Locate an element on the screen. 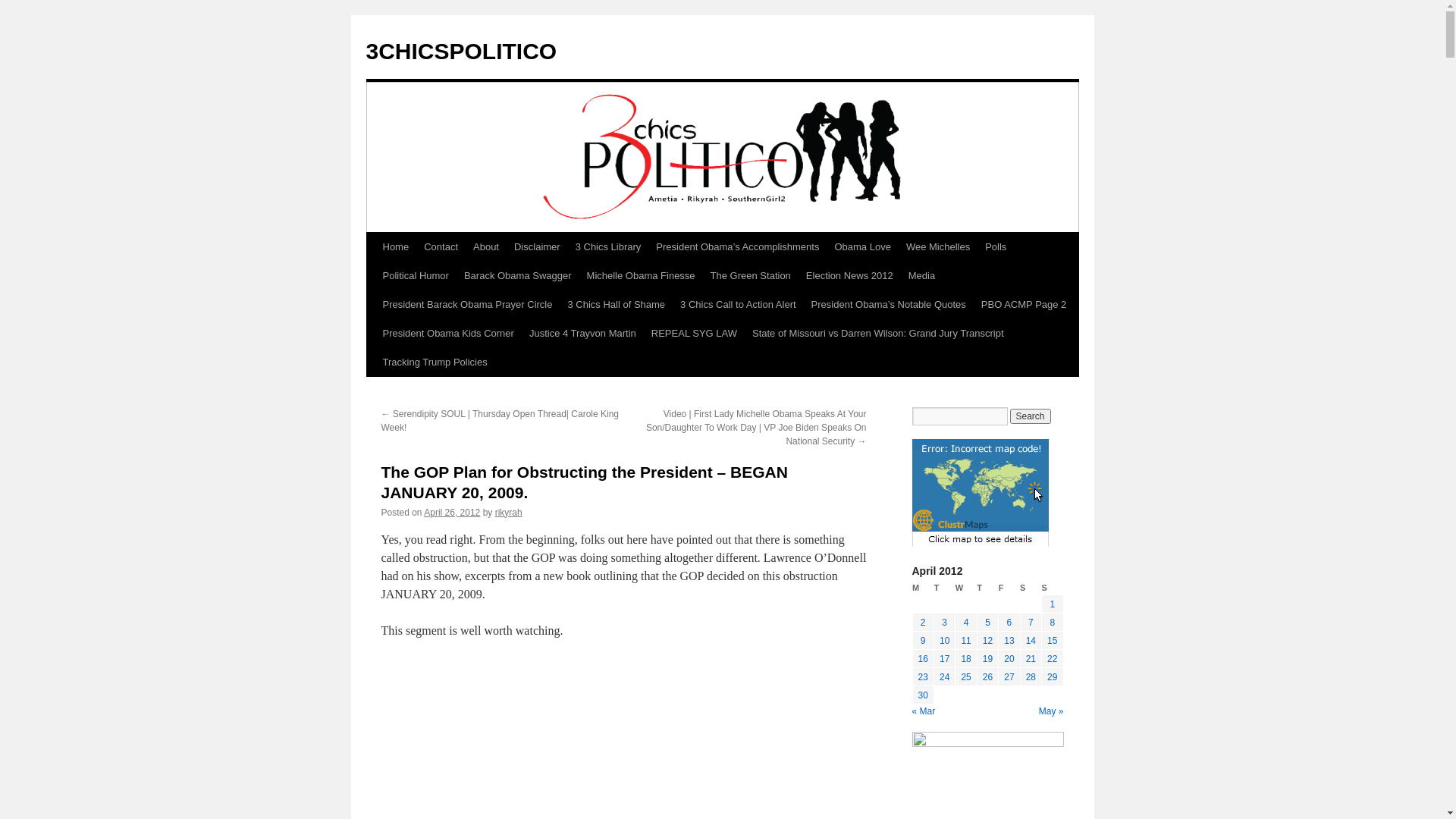 This screenshot has width=1456, height=819. 'Tracking Trump Policies' is located at coordinates (433, 362).